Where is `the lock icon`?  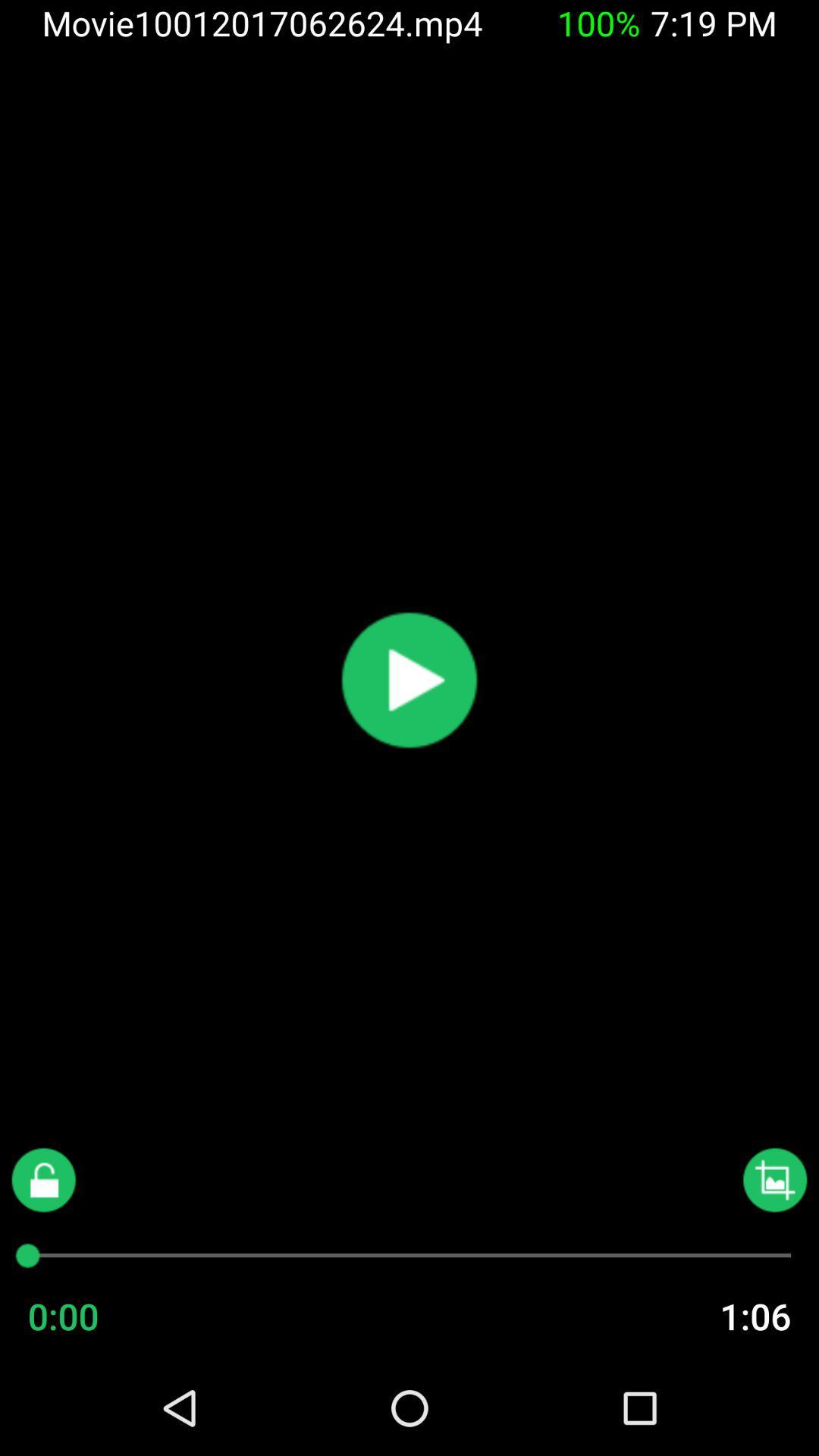 the lock icon is located at coordinates (42, 1263).